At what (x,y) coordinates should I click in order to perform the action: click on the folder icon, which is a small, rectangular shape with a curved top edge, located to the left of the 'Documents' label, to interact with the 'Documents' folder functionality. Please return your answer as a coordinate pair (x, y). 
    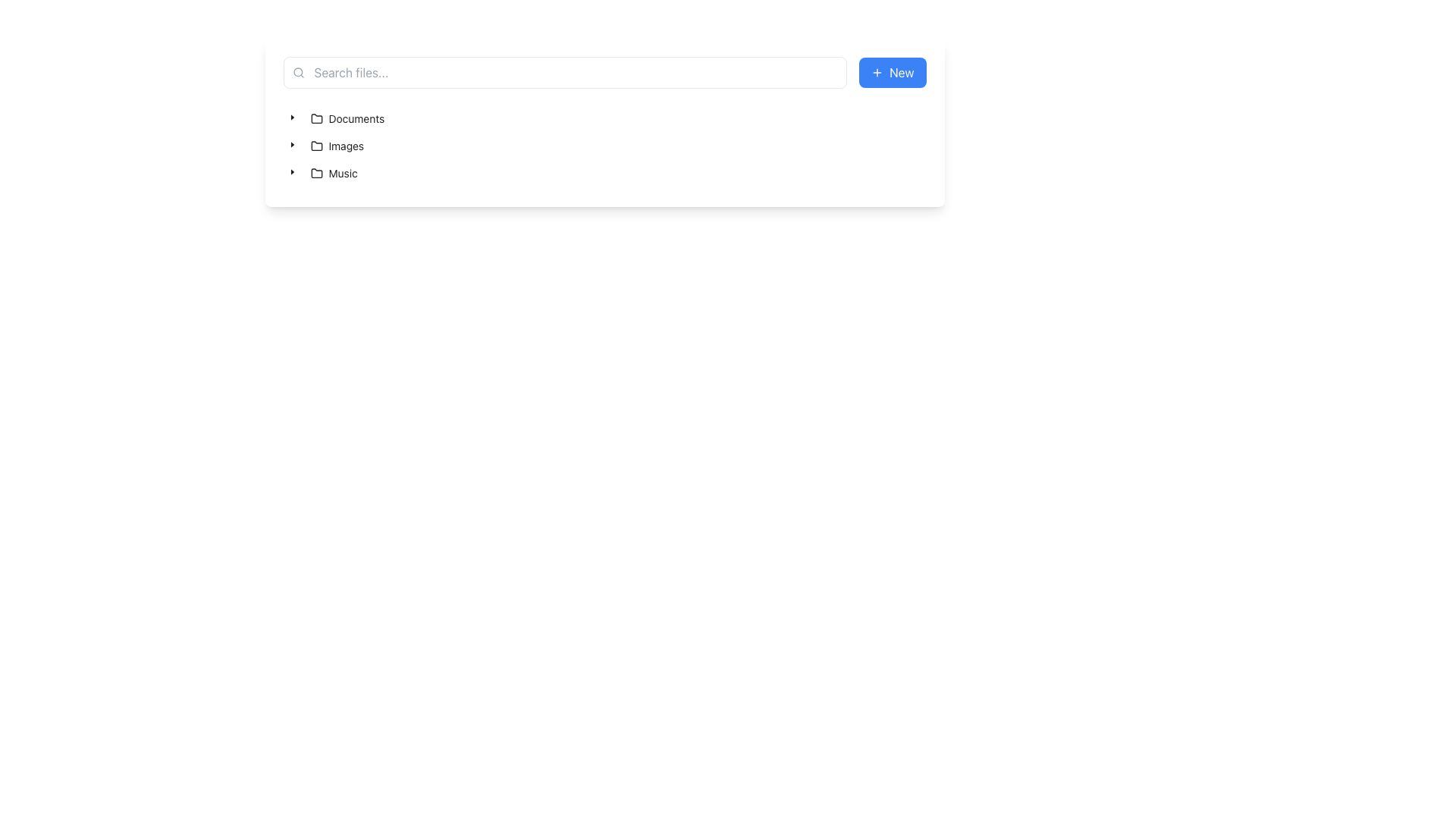
    Looking at the image, I should click on (315, 118).